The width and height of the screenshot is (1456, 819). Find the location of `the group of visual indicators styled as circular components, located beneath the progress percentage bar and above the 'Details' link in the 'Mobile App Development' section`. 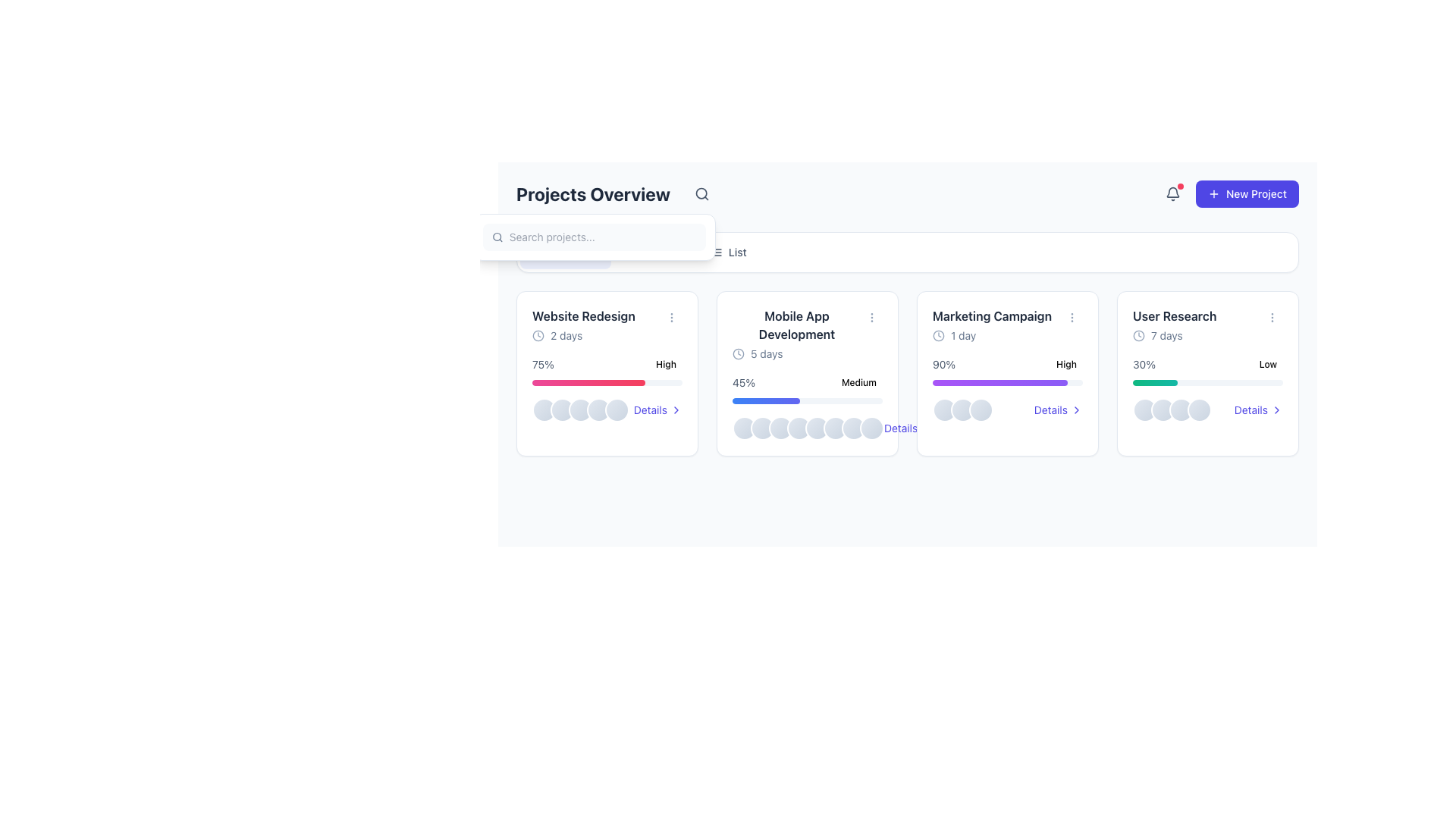

the group of visual indicators styled as circular components, located beneath the progress percentage bar and above the 'Details' link in the 'Mobile App Development' section is located at coordinates (807, 428).